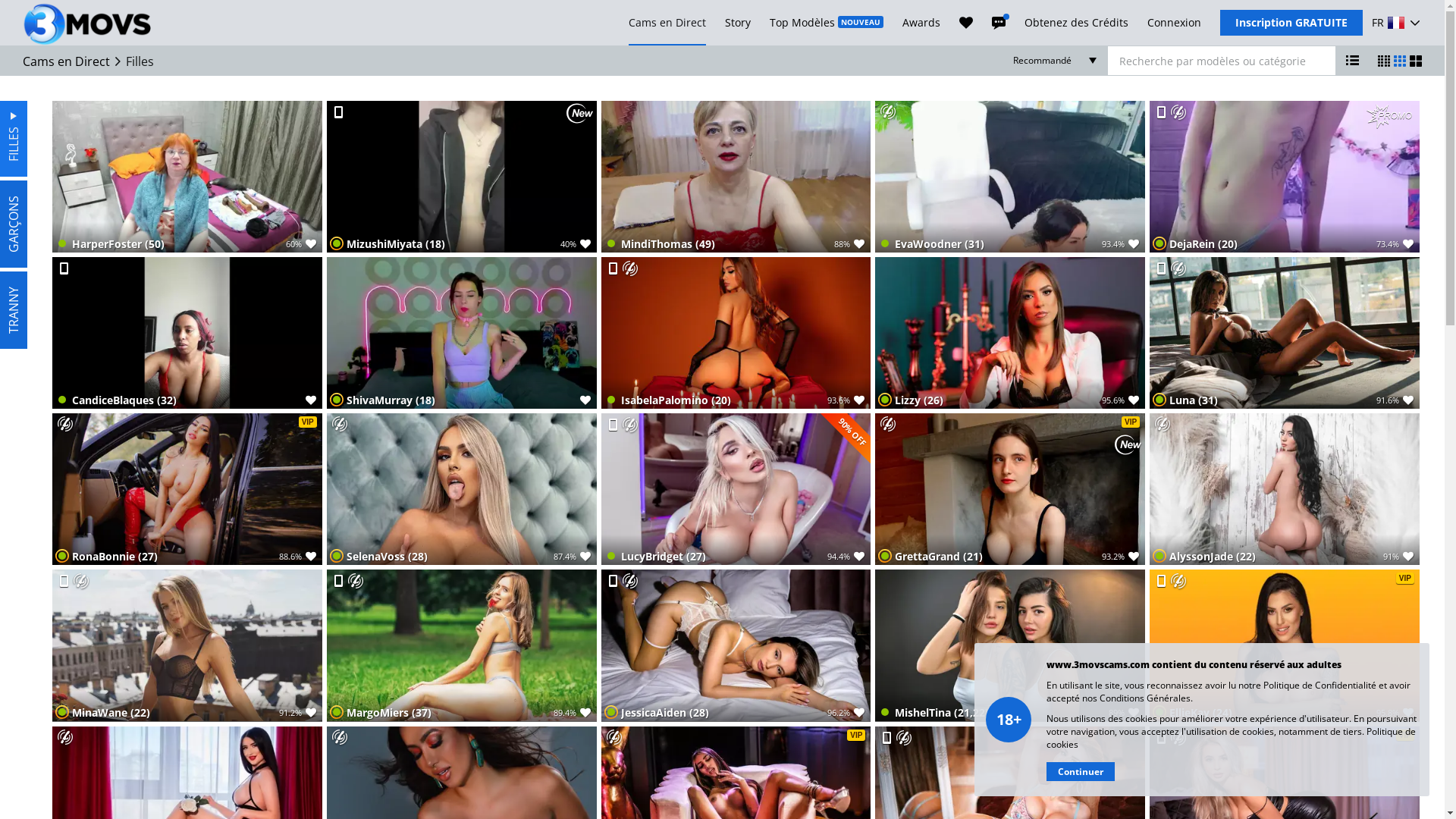 The width and height of the screenshot is (1456, 819). Describe the element at coordinates (1010, 488) in the screenshot. I see `'VIP` at that location.